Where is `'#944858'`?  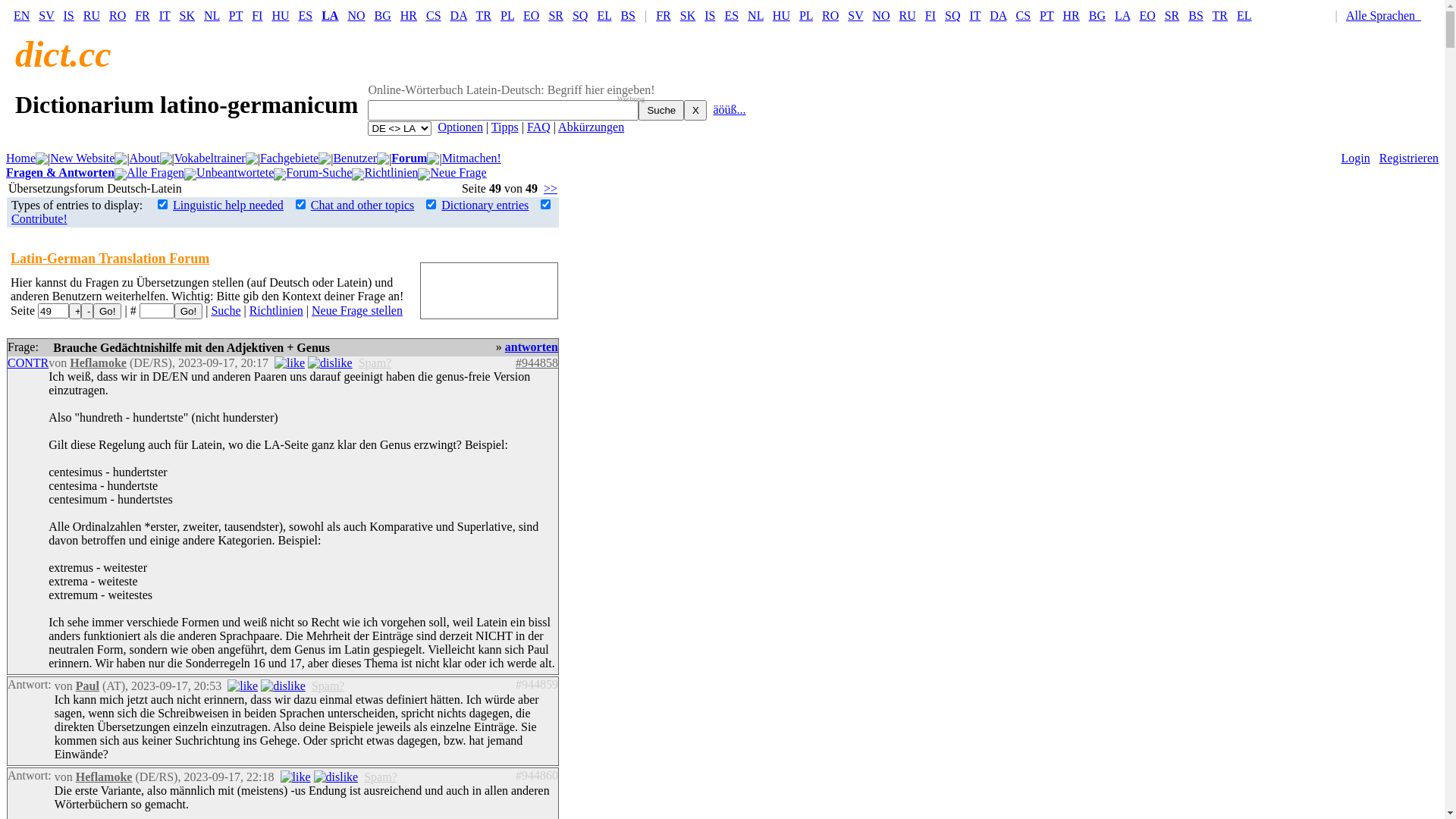 '#944858' is located at coordinates (516, 362).